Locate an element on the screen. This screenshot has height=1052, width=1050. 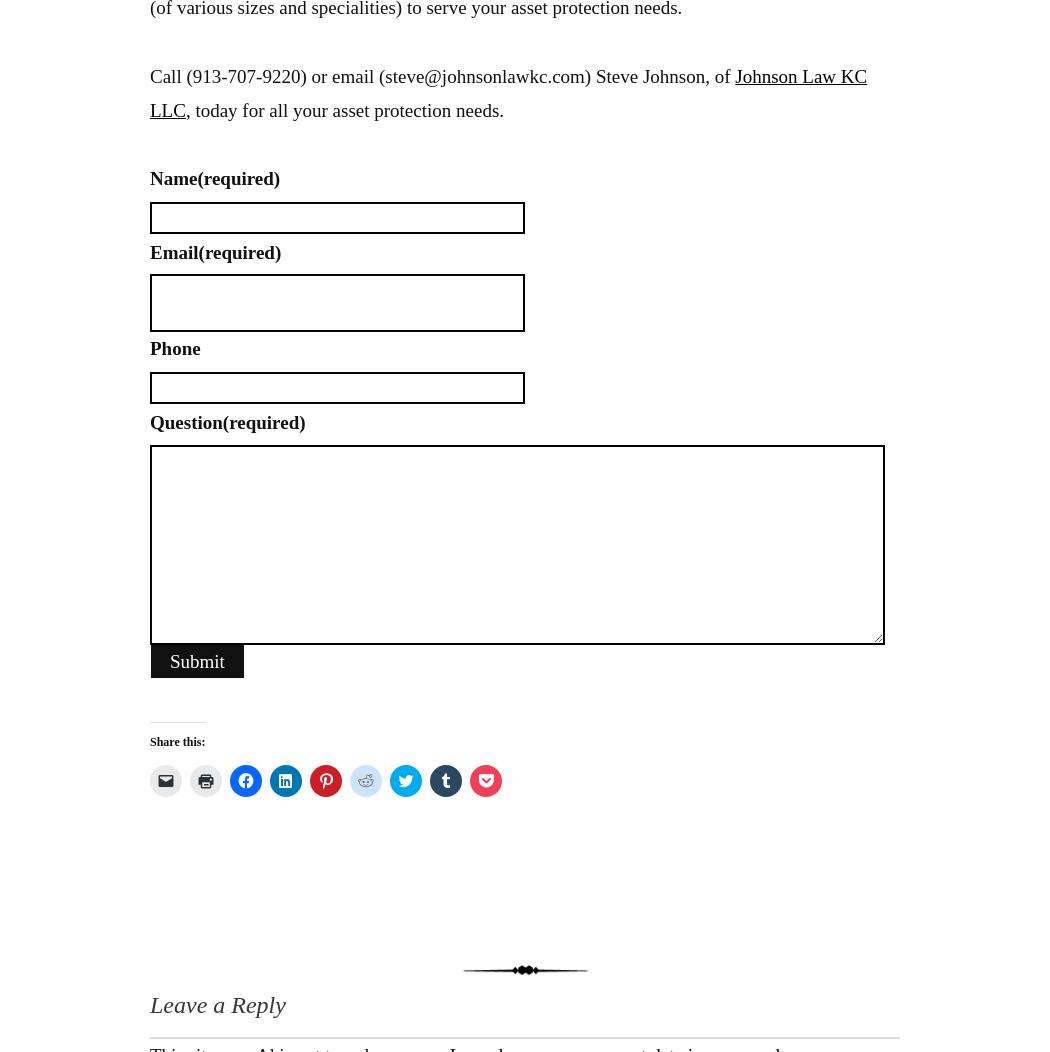
'Email' is located at coordinates (173, 250).